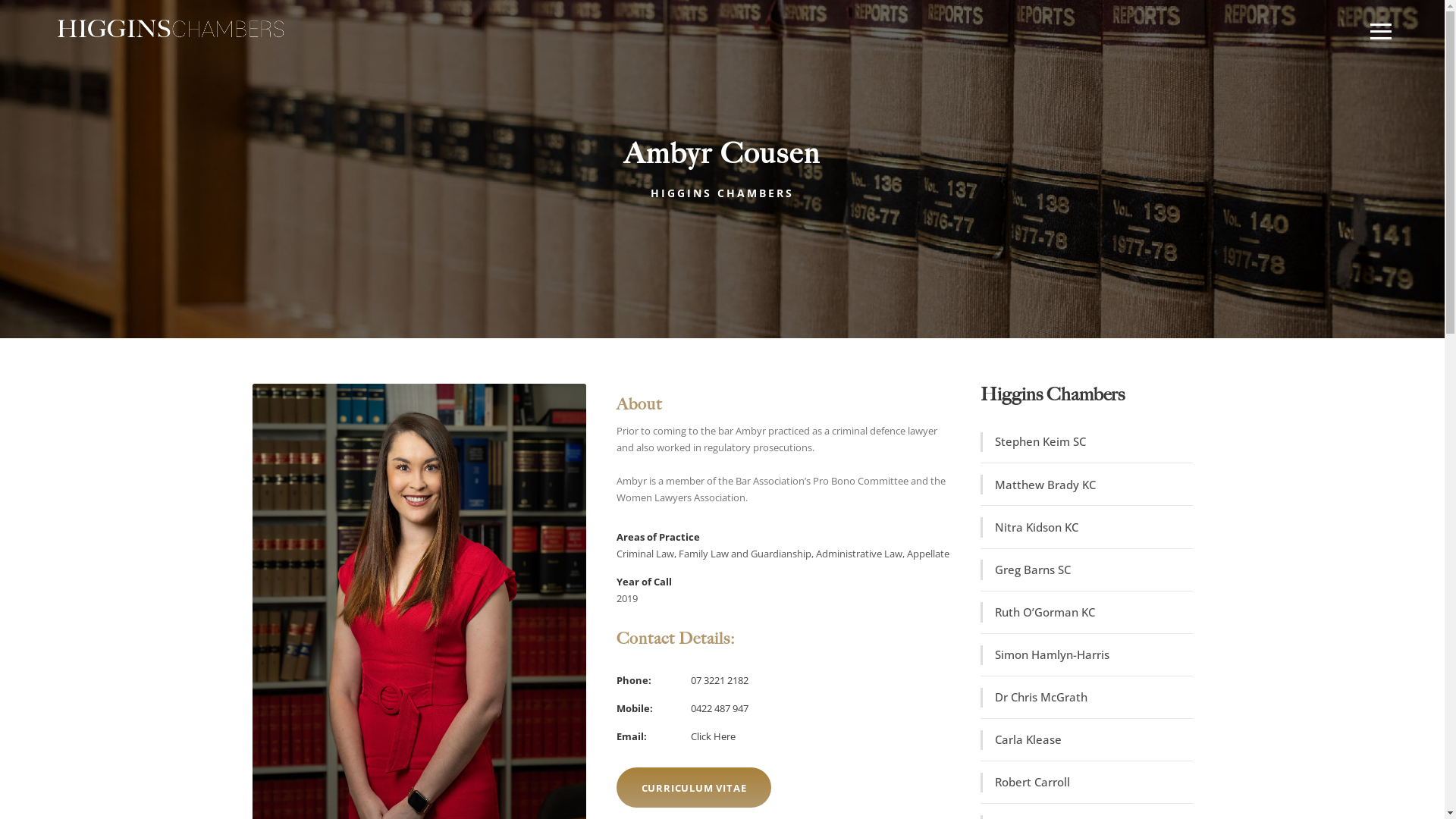  What do you see at coordinates (1034, 698) in the screenshot?
I see `'Dr Chris McGrath'` at bounding box center [1034, 698].